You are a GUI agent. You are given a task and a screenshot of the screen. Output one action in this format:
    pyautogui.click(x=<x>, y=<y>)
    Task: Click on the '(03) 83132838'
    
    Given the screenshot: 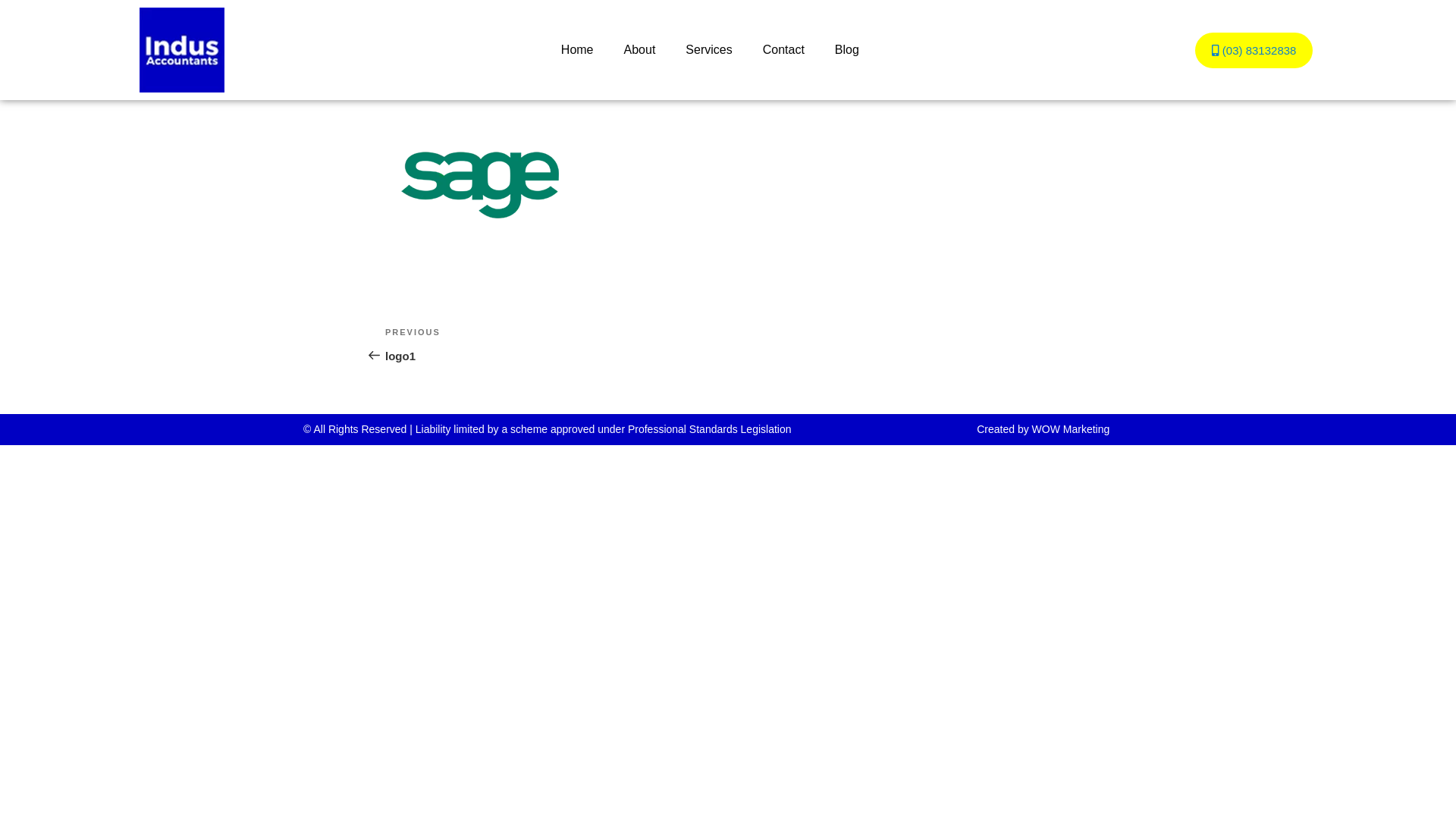 What is the action you would take?
    pyautogui.click(x=1194, y=49)
    